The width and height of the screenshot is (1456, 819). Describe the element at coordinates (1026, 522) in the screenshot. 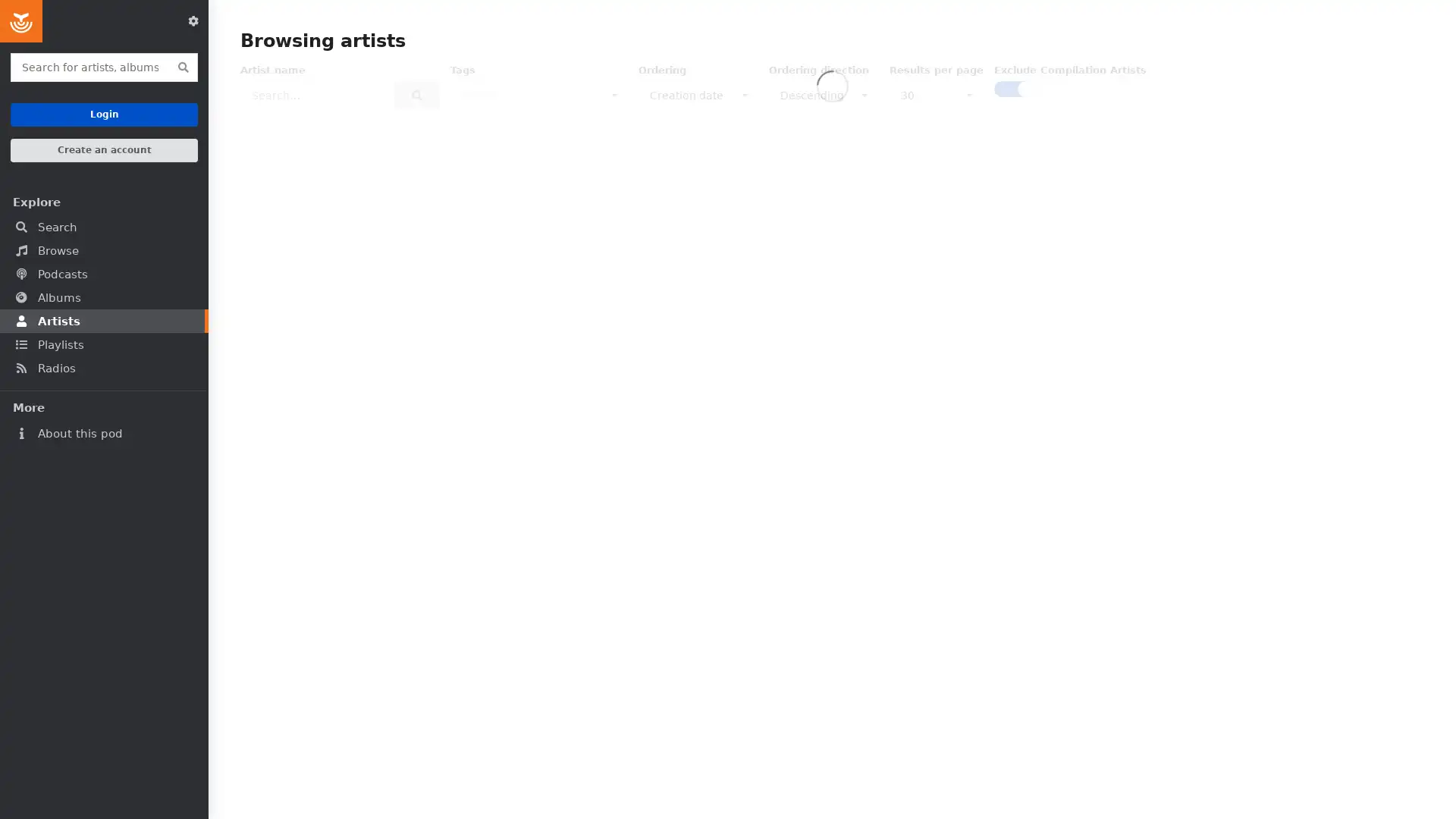

I see `Play artist` at that location.